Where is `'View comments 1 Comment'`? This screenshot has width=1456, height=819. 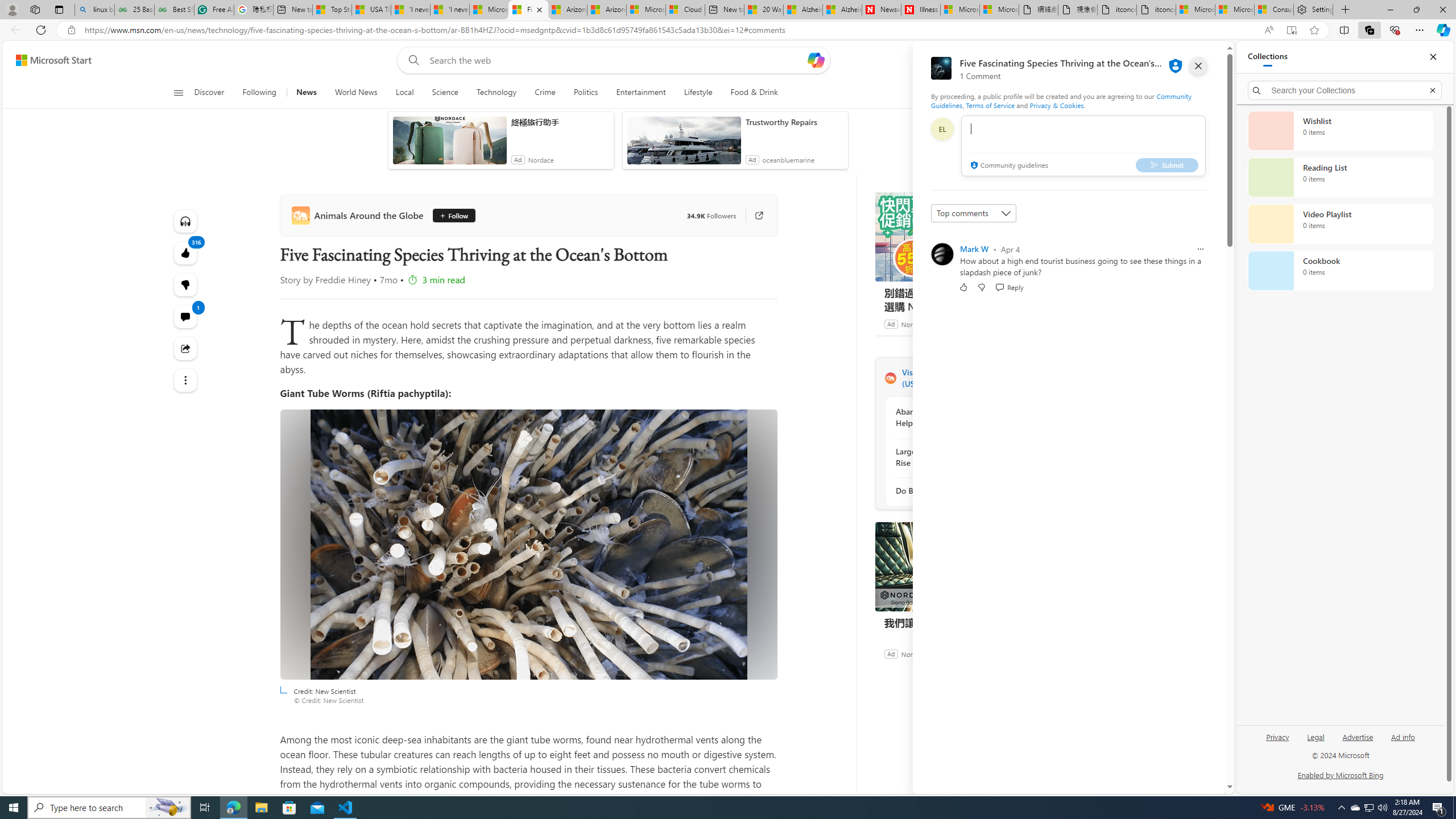
'View comments 1 Comment' is located at coordinates (185, 316).